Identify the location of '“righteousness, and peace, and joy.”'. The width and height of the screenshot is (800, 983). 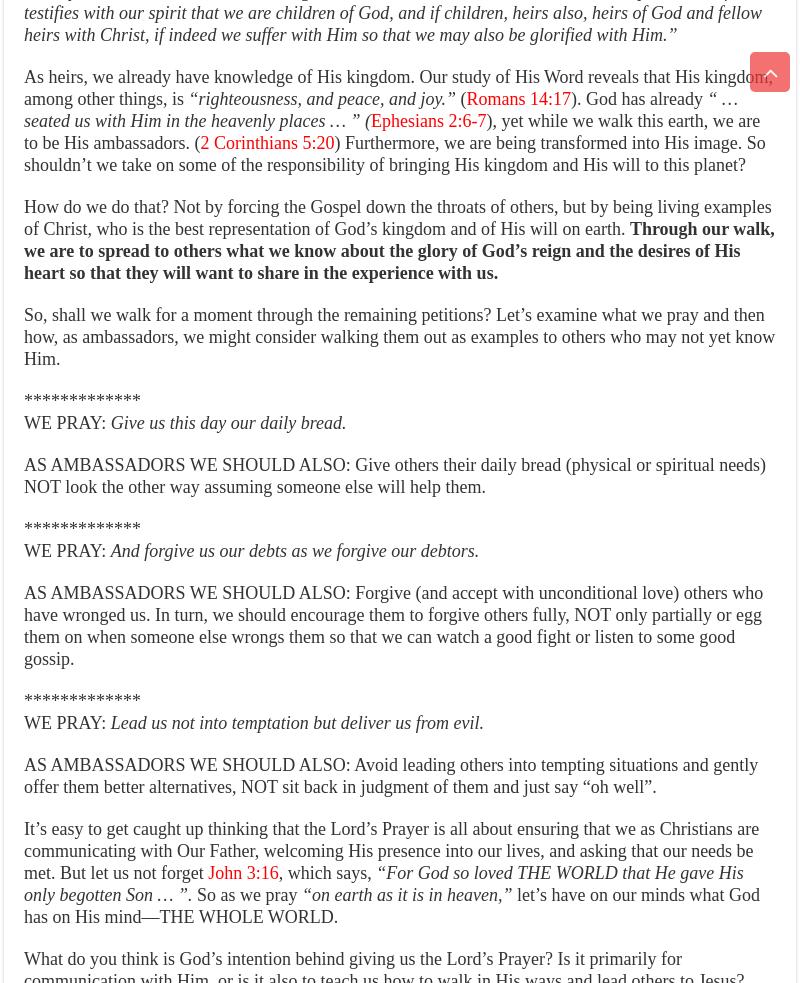
(319, 97).